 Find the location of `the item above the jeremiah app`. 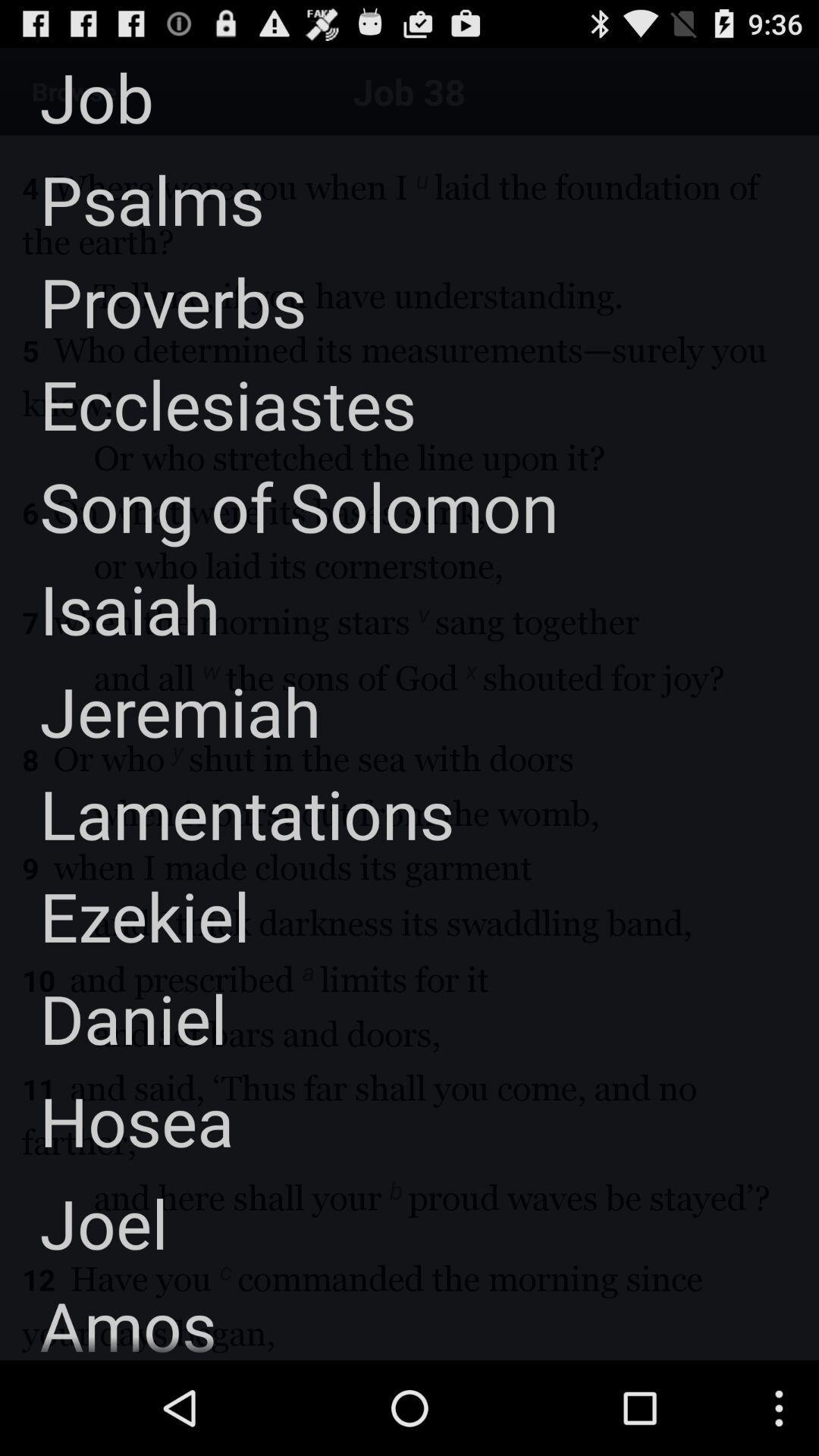

the item above the jeremiah app is located at coordinates (109, 608).